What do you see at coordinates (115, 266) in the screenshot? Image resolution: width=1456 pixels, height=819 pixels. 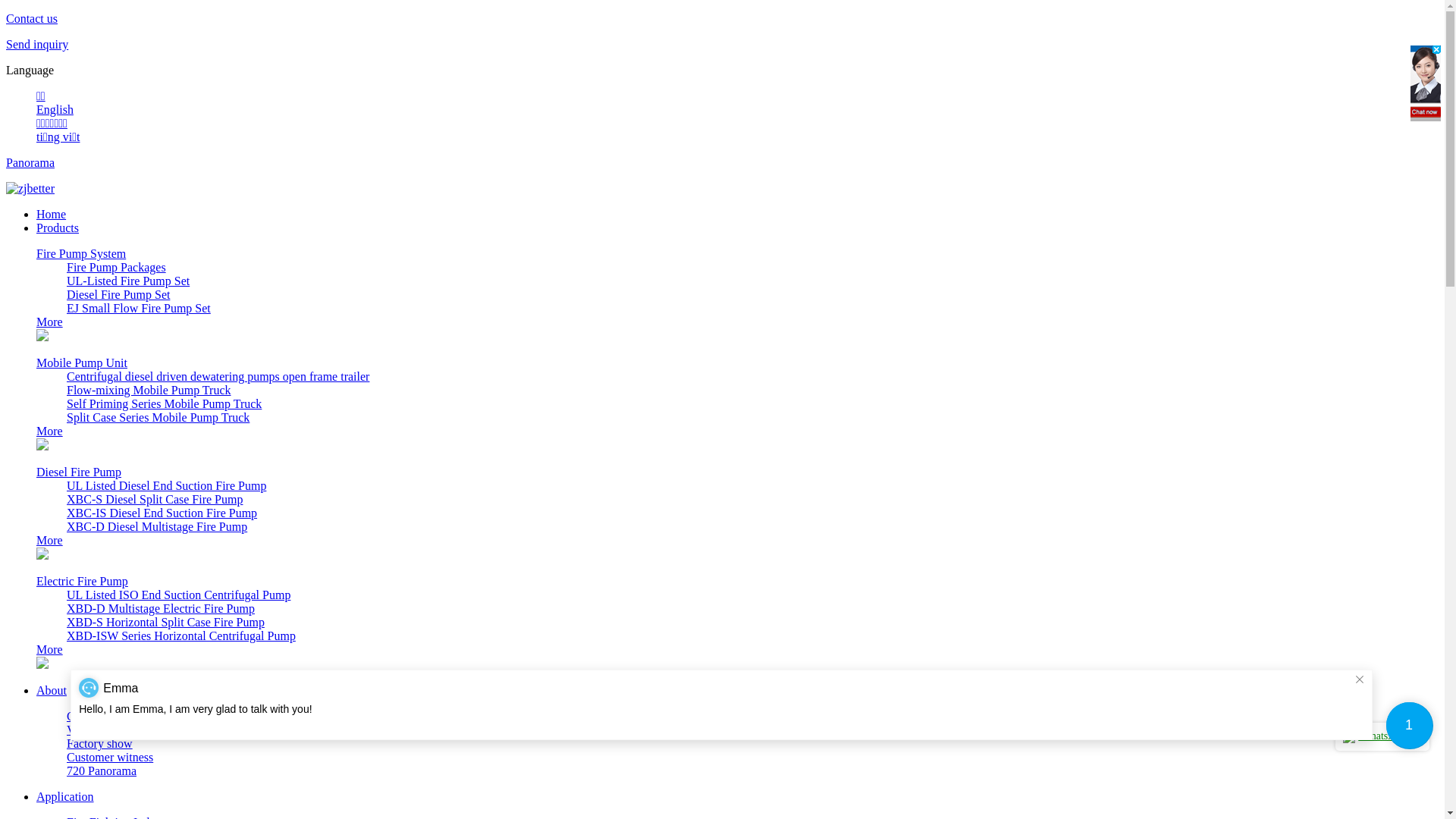 I see `'Fire Pump Packages'` at bounding box center [115, 266].